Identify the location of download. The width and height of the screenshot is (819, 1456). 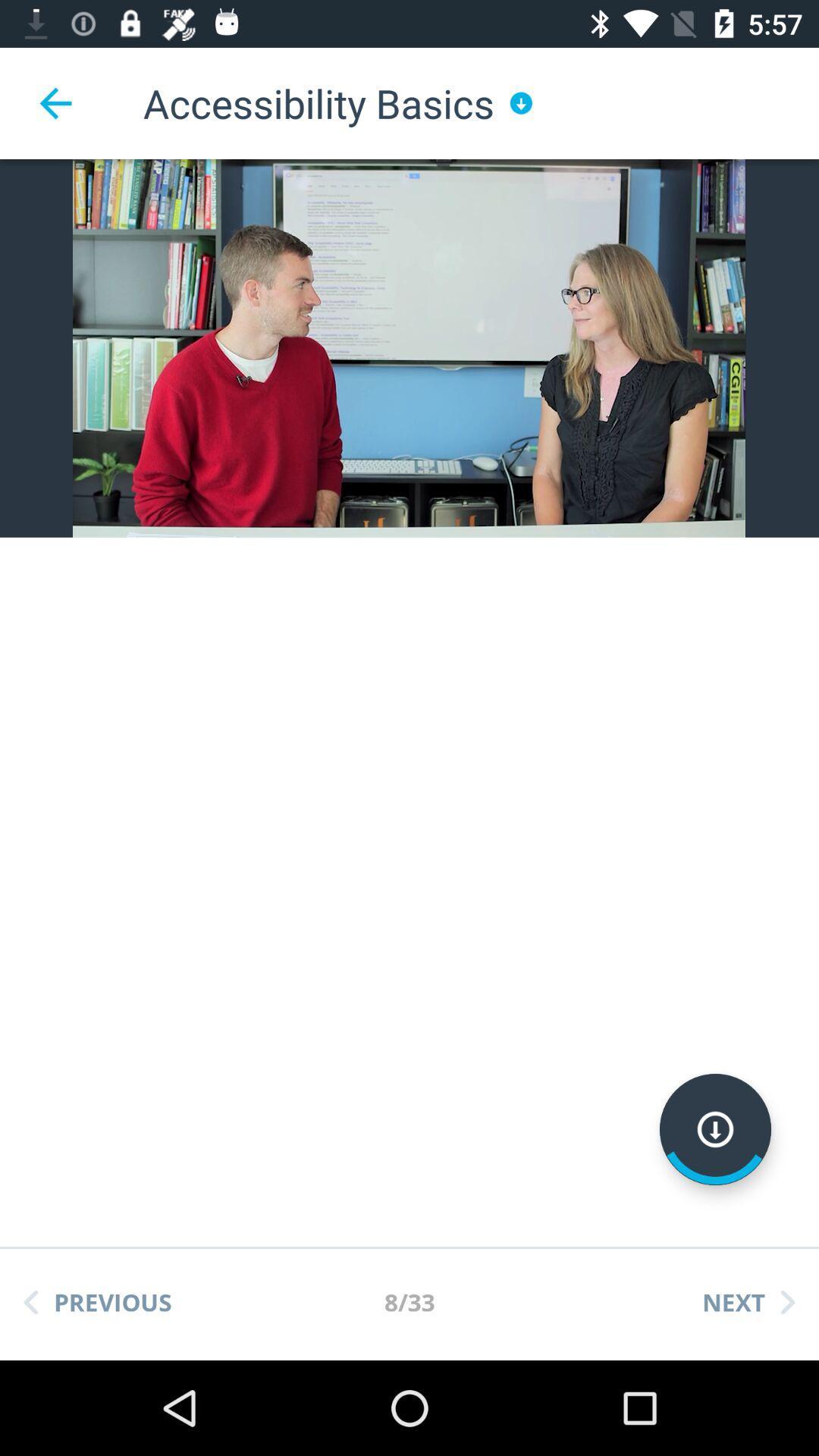
(715, 1129).